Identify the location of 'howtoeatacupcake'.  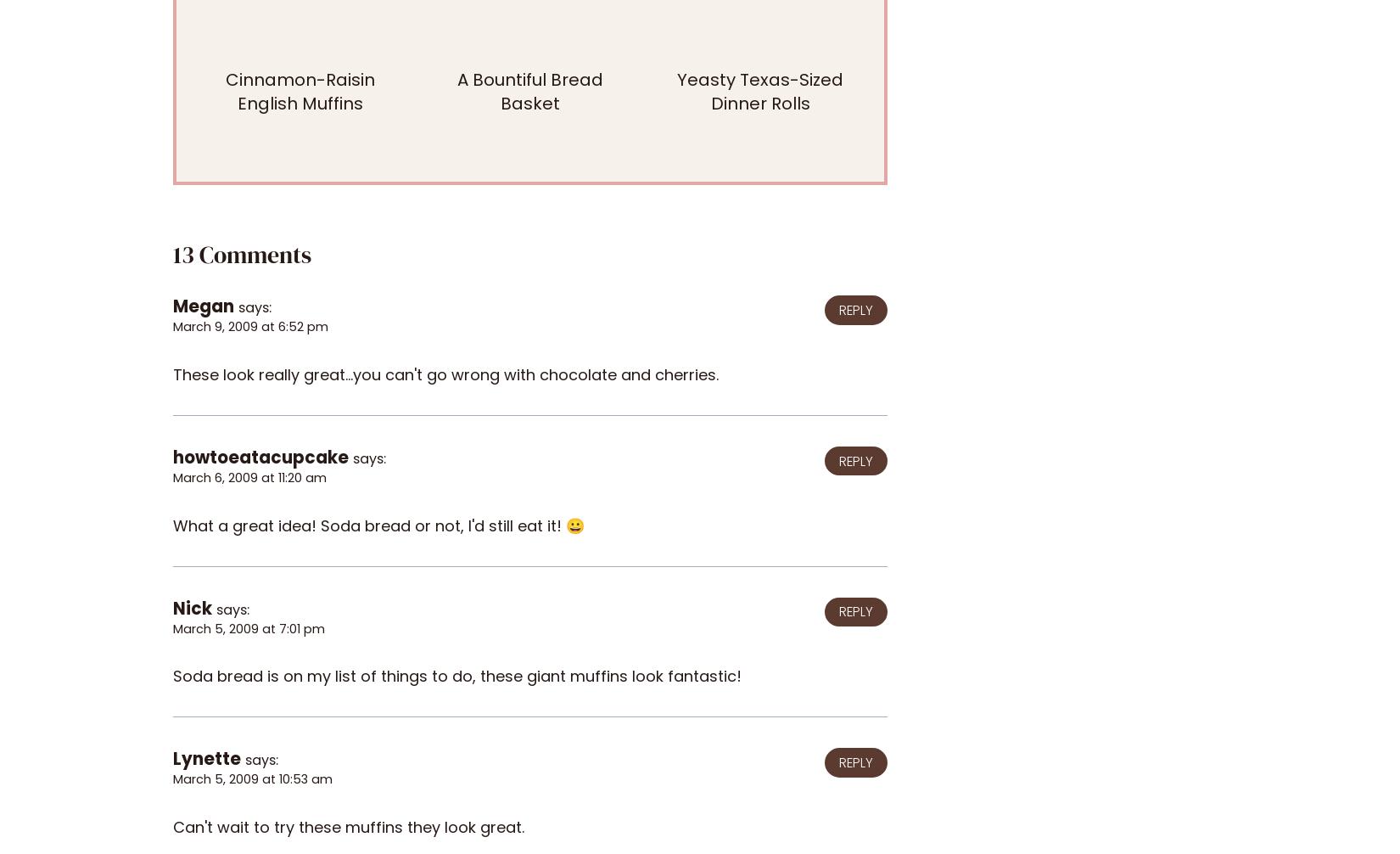
(260, 457).